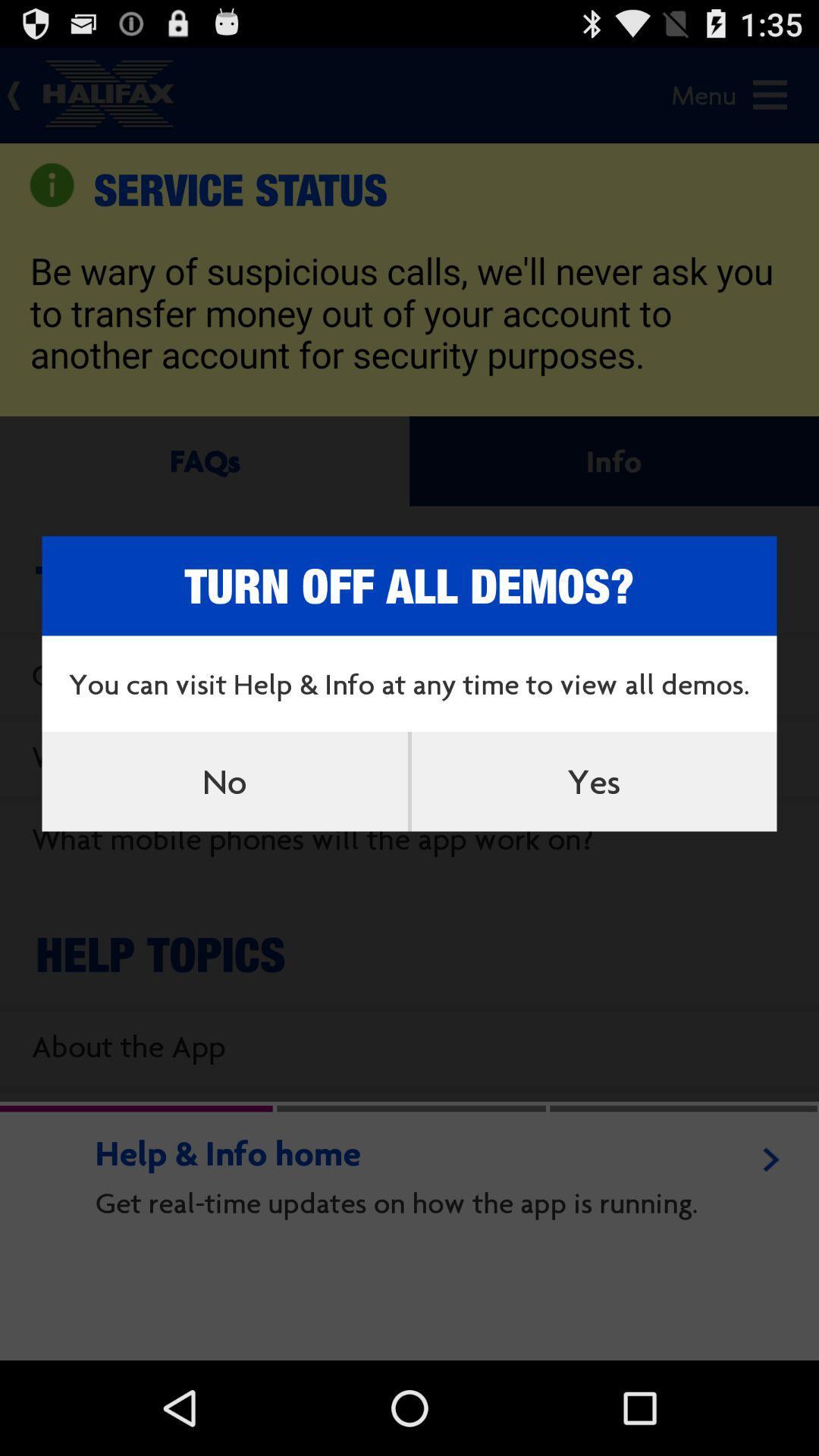  What do you see at coordinates (224, 781) in the screenshot?
I see `icon below the you can visit item` at bounding box center [224, 781].